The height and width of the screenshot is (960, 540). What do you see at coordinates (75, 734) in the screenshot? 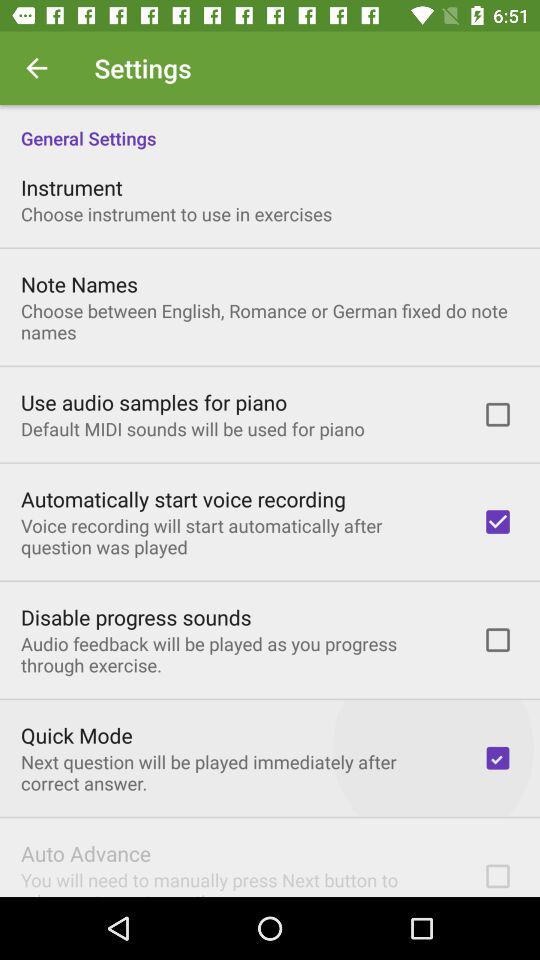
I see `the quick mode item` at bounding box center [75, 734].